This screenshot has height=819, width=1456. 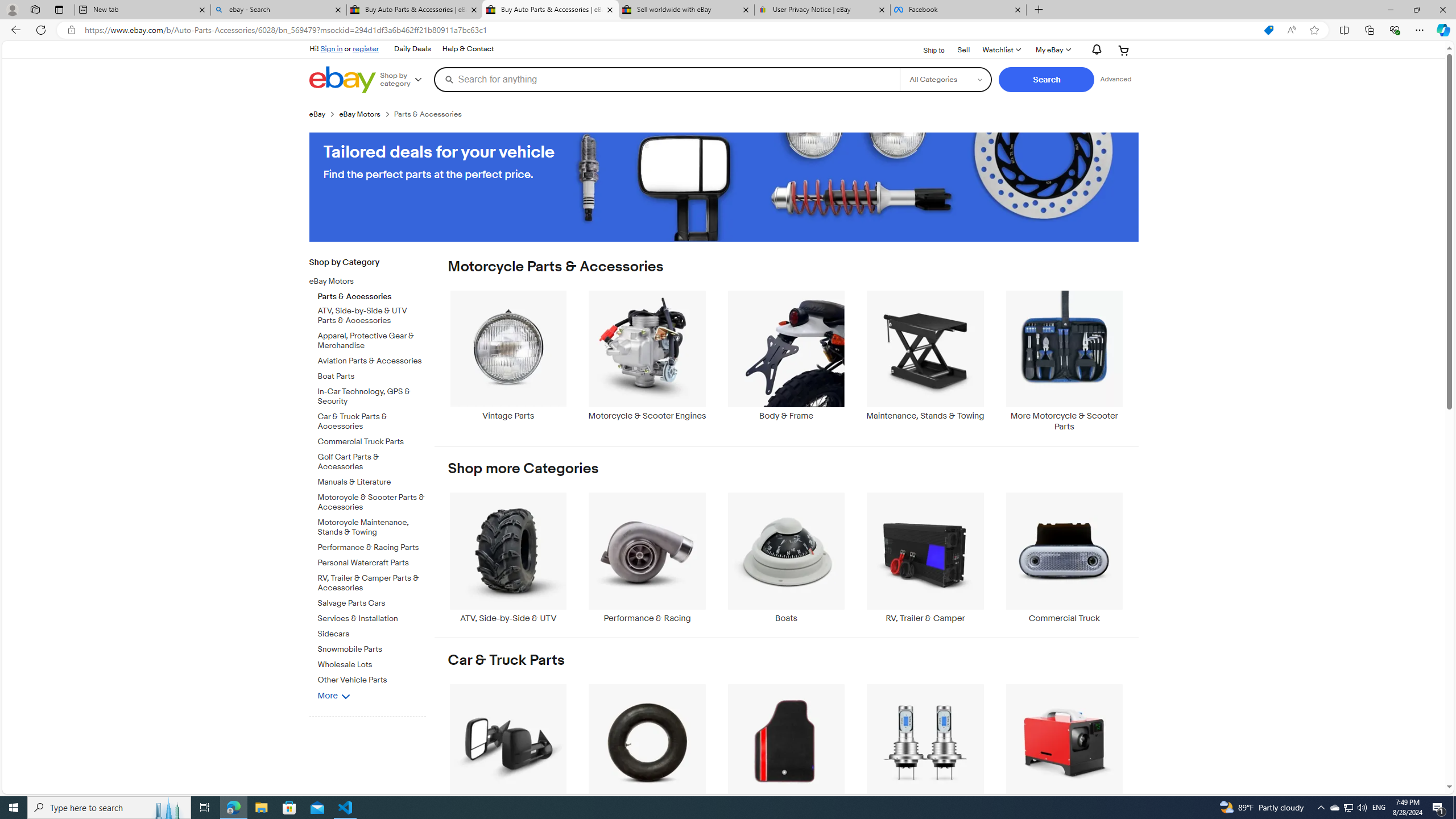 I want to click on 'Body & Frame', so click(x=785, y=361).